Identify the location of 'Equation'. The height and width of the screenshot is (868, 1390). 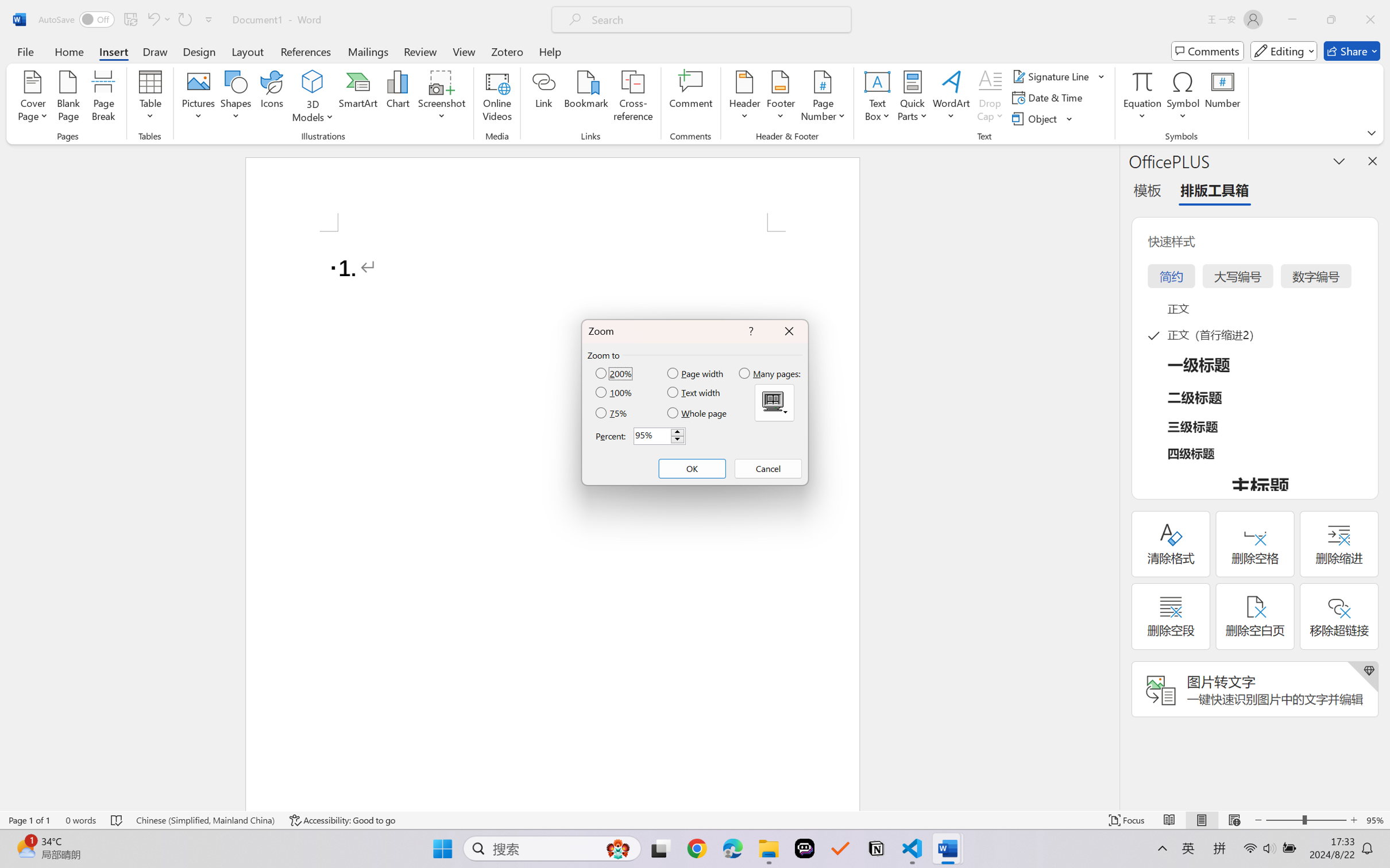
(1142, 98).